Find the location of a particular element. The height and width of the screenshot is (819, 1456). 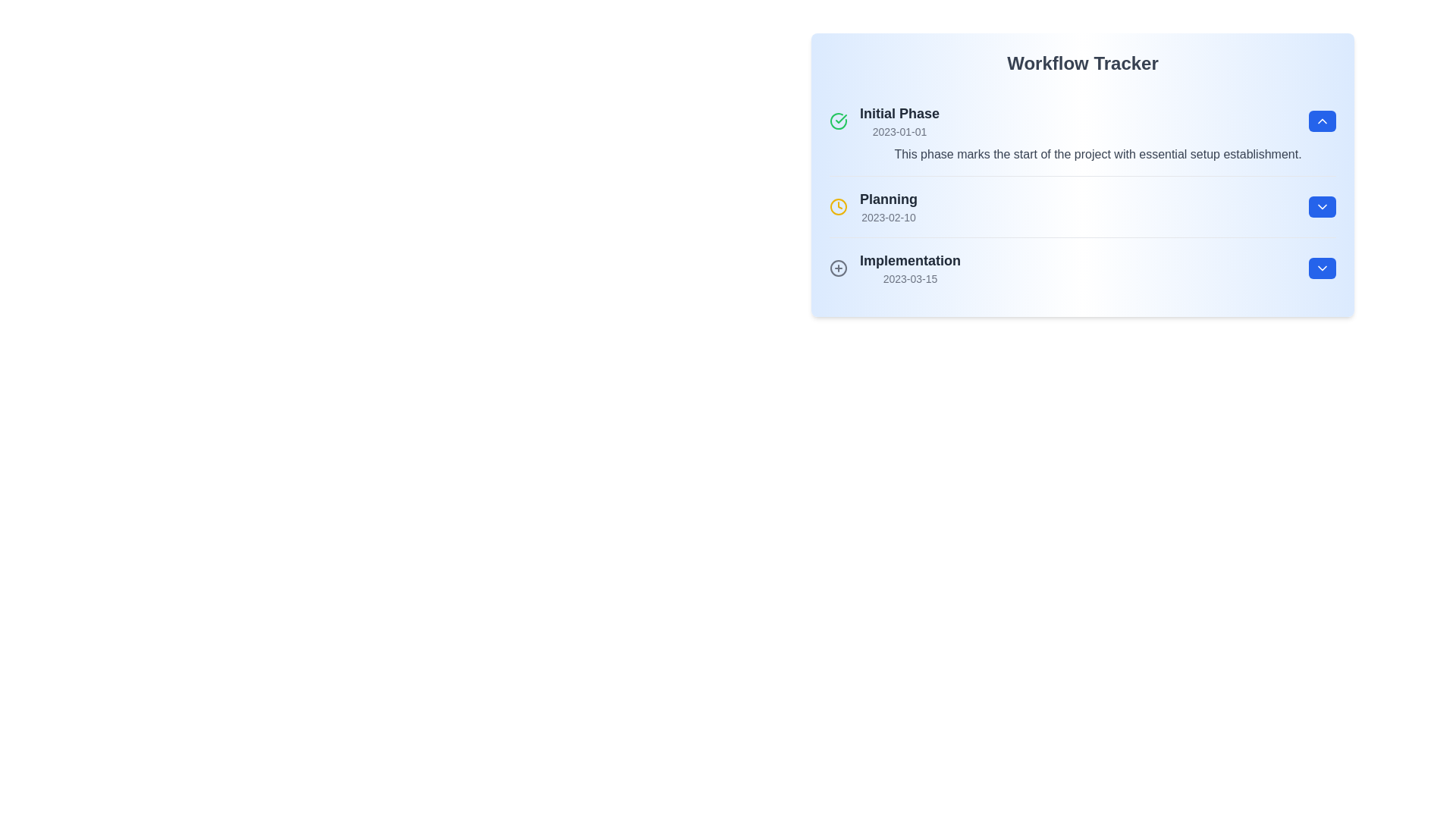

the circular clock icon with a yellow outline located to the left of the text 'Planning' in the workflow items list is located at coordinates (837, 207).